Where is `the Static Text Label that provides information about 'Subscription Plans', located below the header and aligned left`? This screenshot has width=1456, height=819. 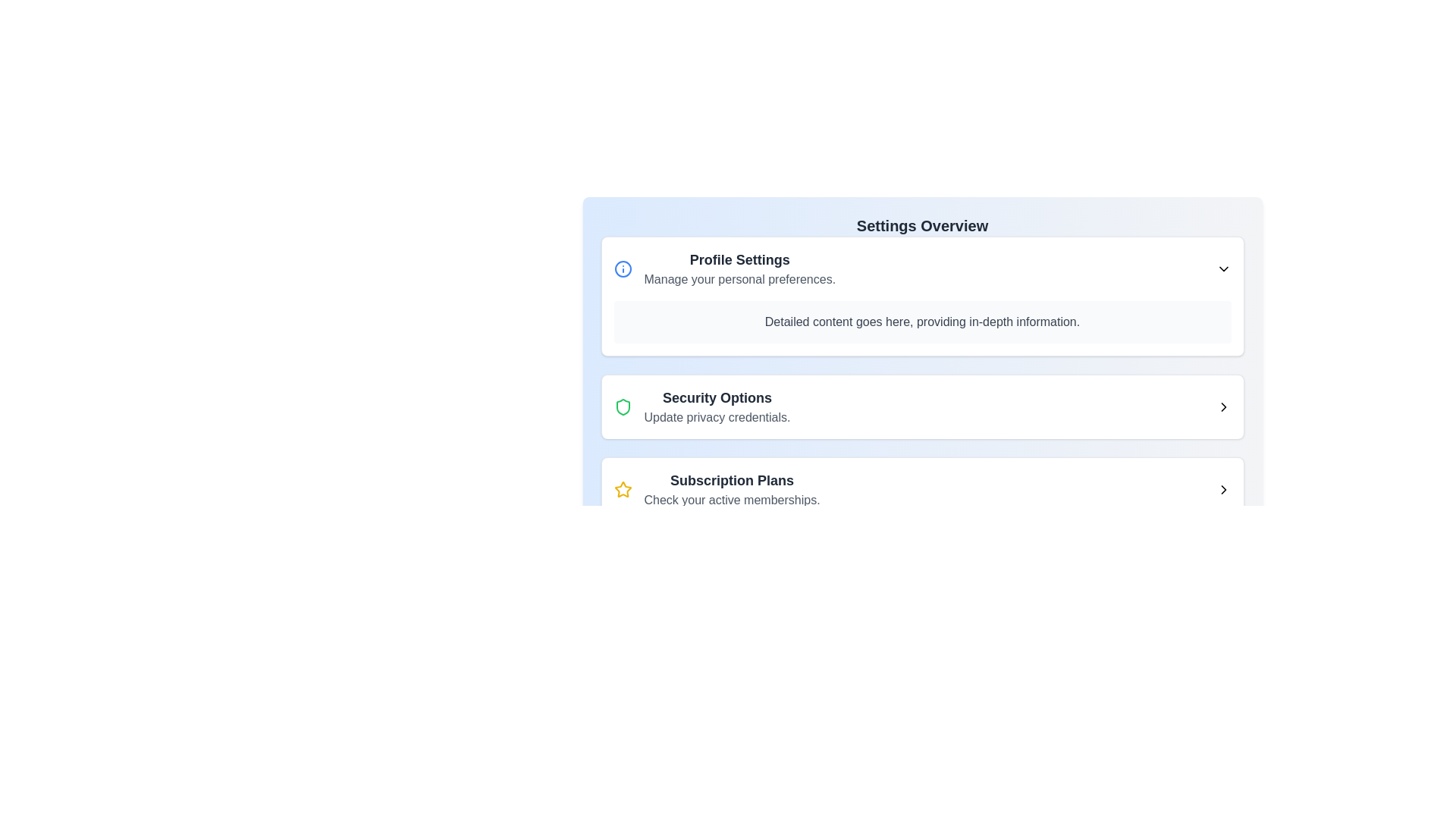
the Static Text Label that provides information about 'Subscription Plans', located below the header and aligned left is located at coordinates (732, 500).